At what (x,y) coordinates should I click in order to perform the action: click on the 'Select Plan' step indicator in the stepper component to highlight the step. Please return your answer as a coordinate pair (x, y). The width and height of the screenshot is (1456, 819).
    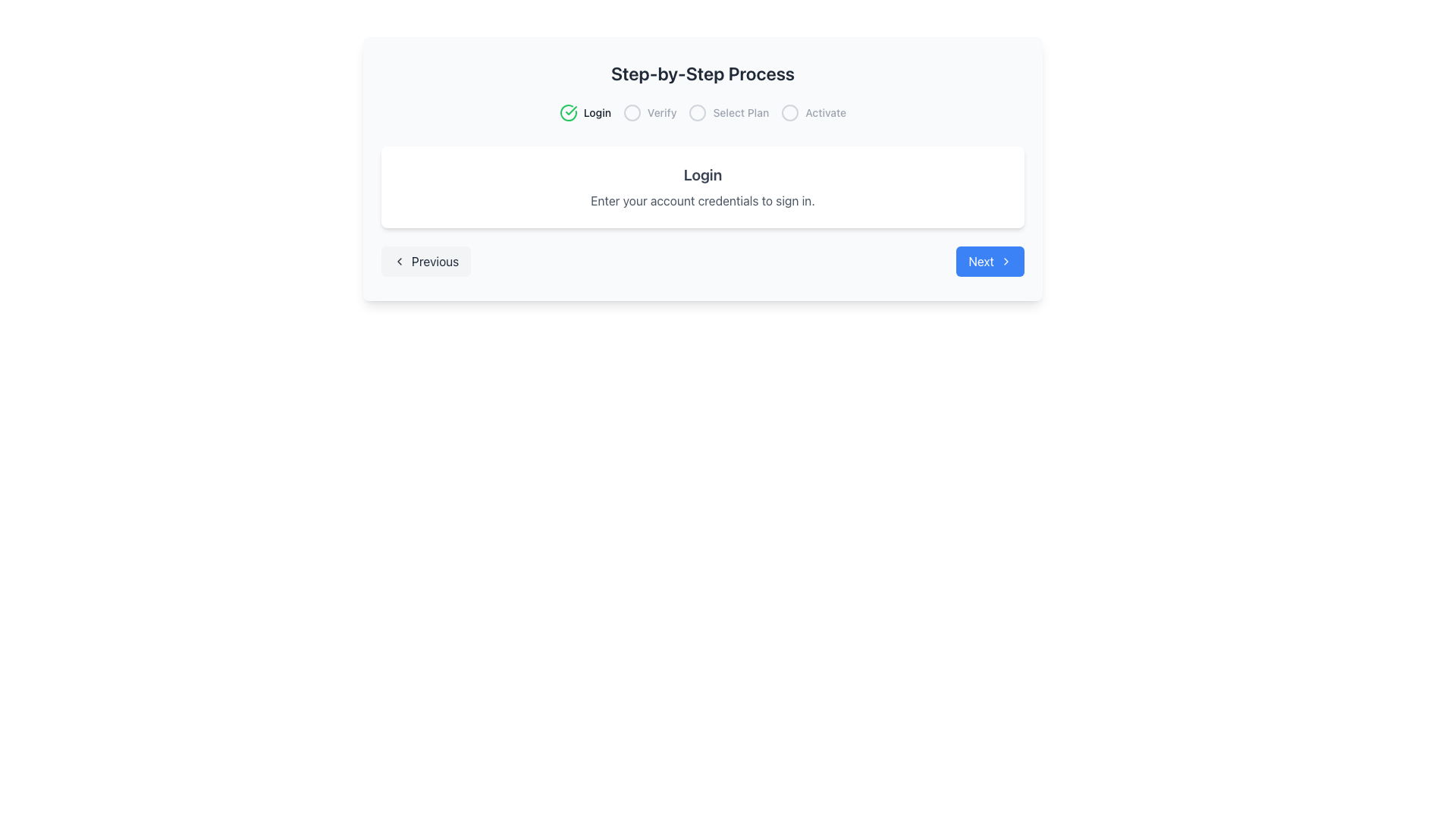
    Looking at the image, I should click on (729, 112).